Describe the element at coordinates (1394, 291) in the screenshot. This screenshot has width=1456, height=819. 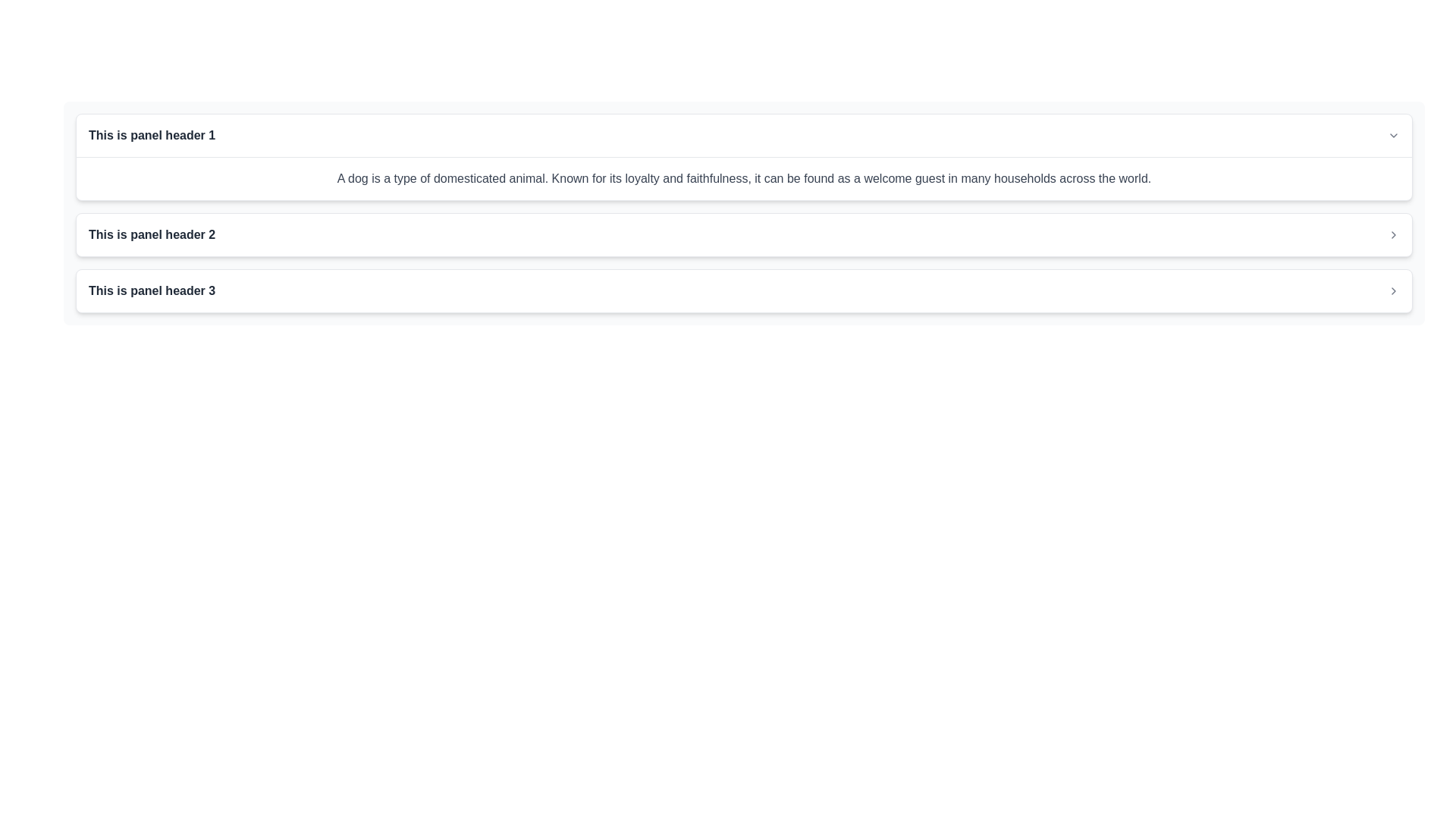
I see `the small chevron-shaped icon pointing to the right, located at the far-right end of the third panel titled 'This is panel header 3'` at that location.